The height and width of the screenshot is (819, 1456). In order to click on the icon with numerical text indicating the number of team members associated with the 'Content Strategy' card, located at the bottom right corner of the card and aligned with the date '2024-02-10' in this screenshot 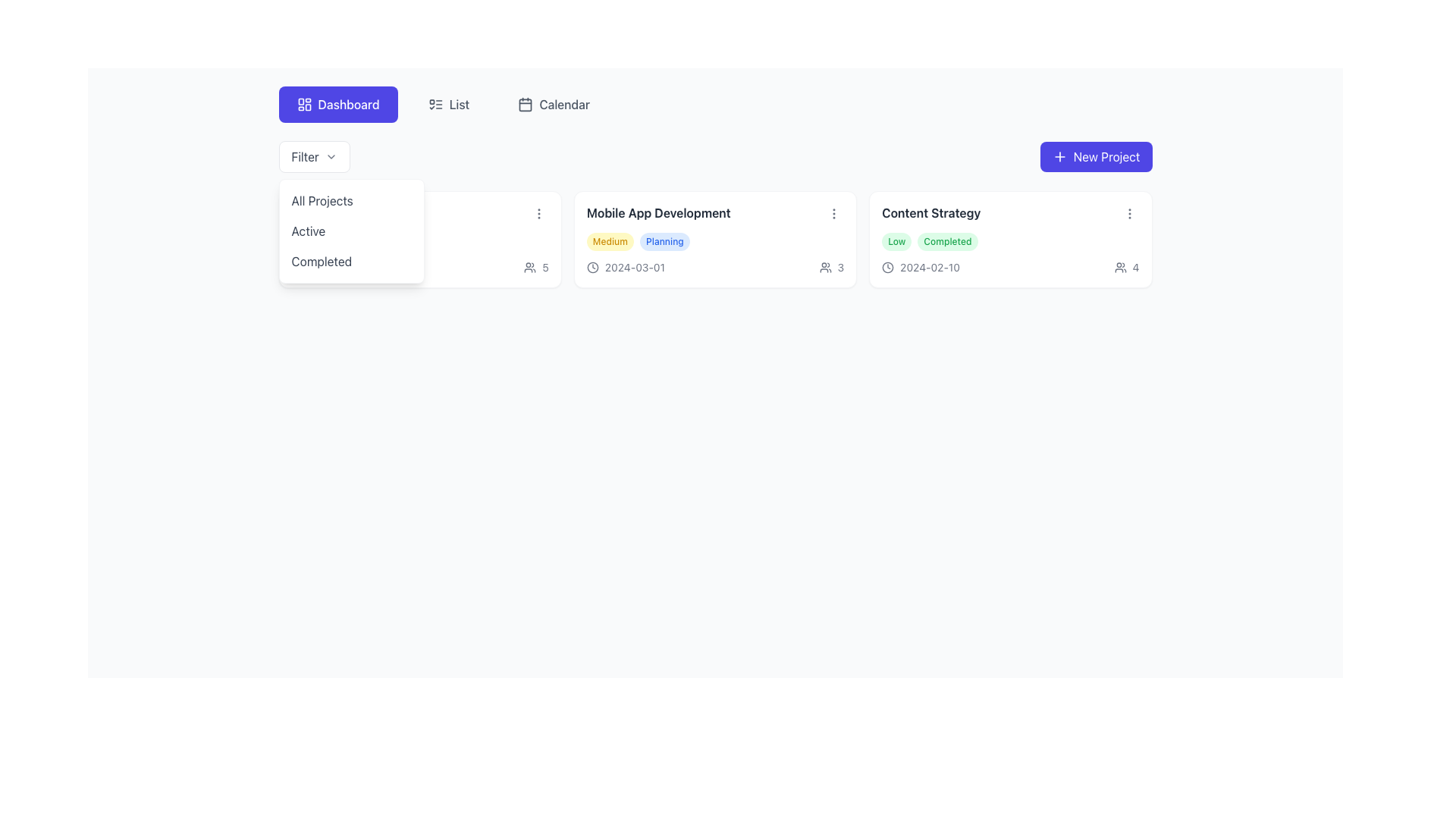, I will do `click(1127, 267)`.